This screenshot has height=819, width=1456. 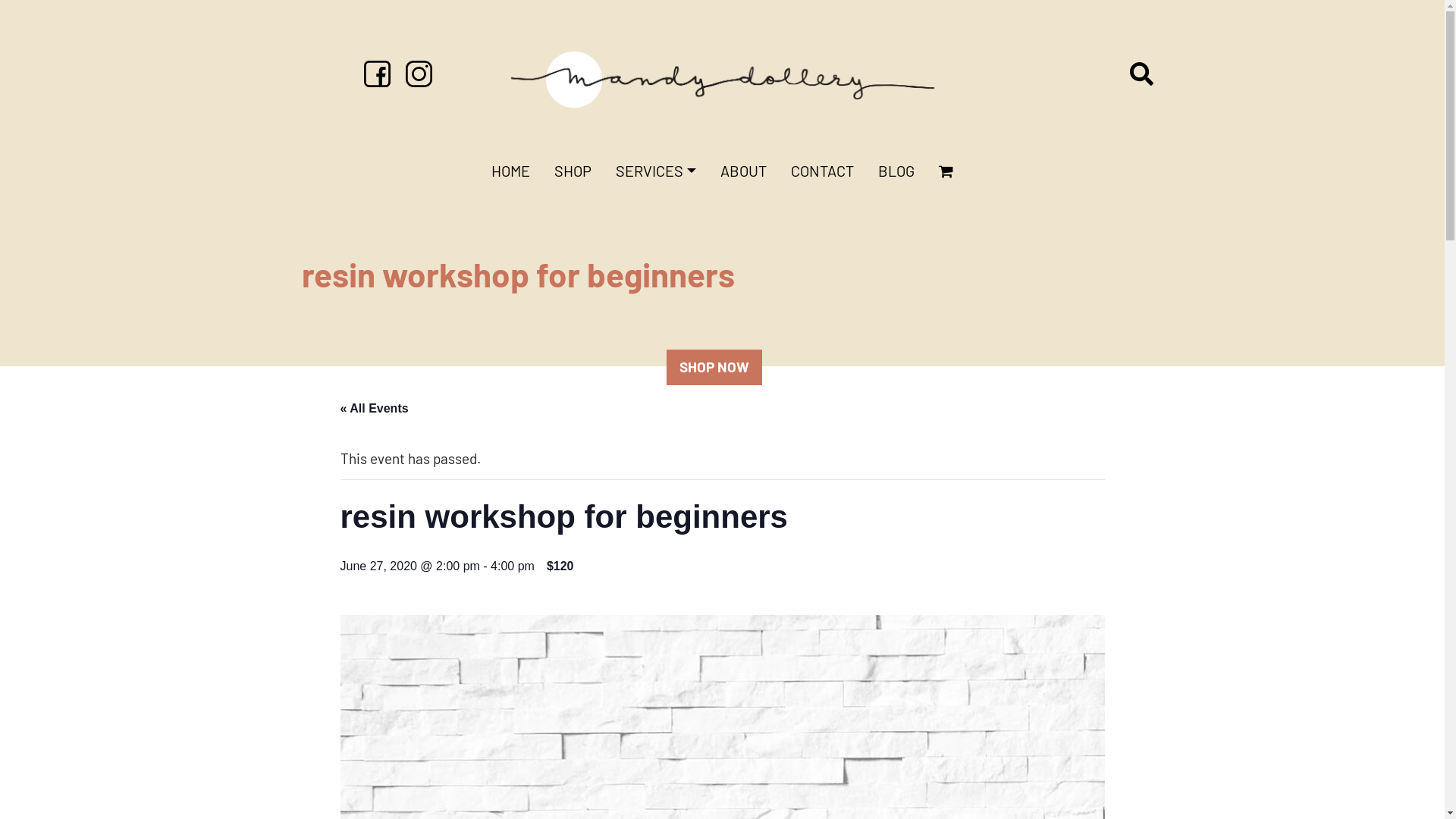 I want to click on 'CONTACT', so click(x=821, y=170).